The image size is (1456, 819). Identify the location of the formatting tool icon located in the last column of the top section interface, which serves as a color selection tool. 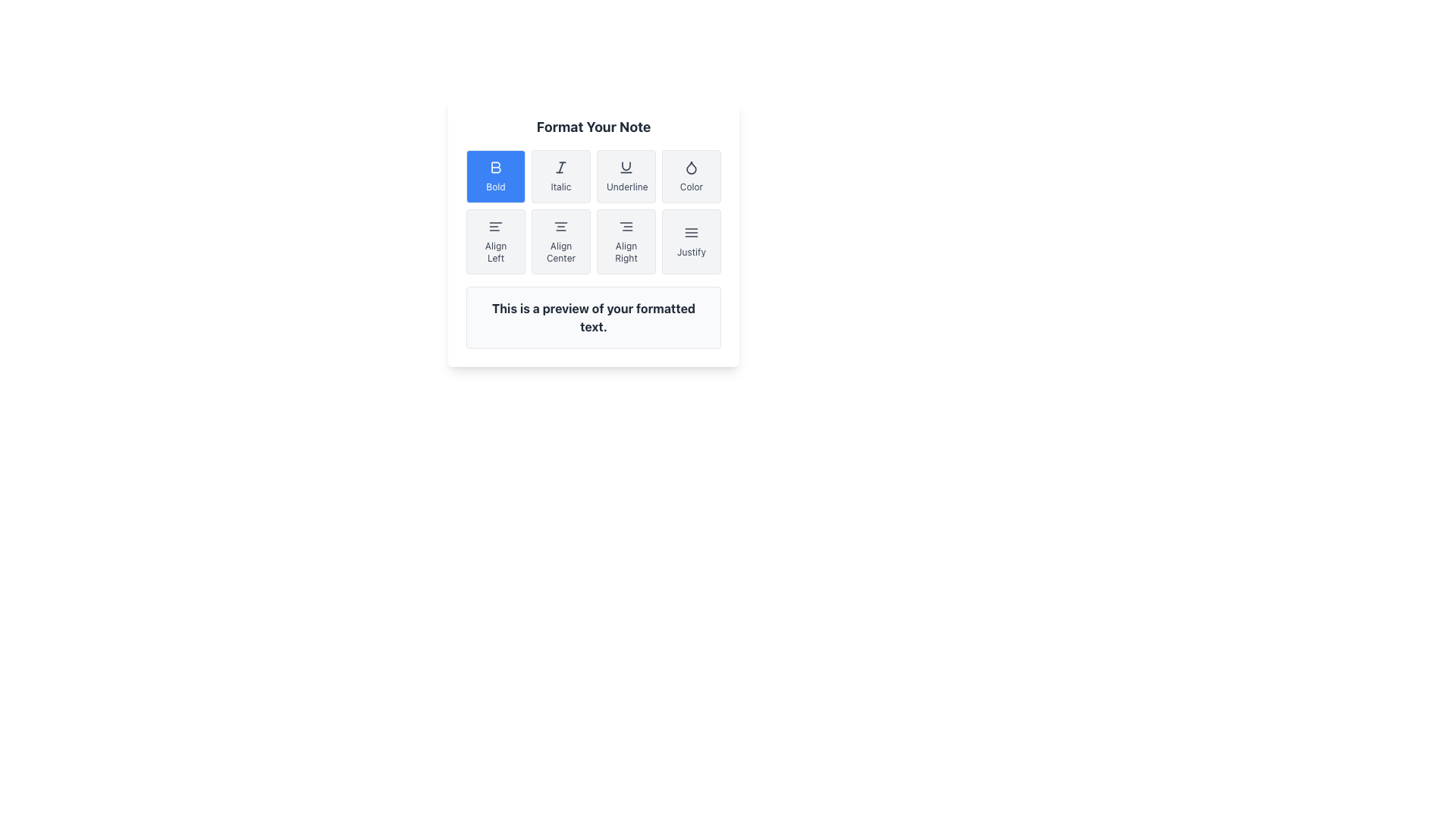
(691, 167).